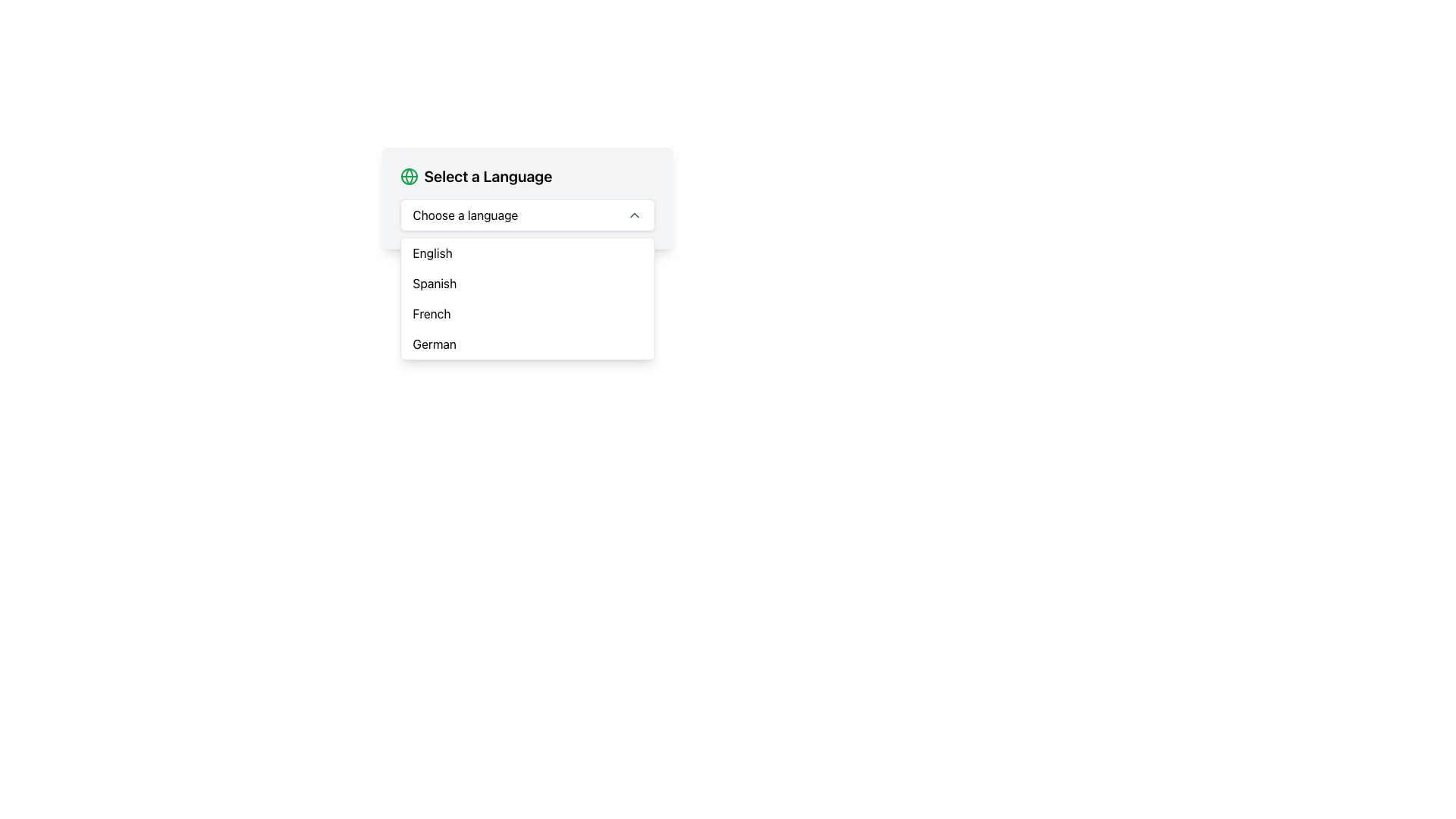  What do you see at coordinates (527, 312) in the screenshot?
I see `the list item displaying 'French' within the dropdown menu for visual feedback` at bounding box center [527, 312].